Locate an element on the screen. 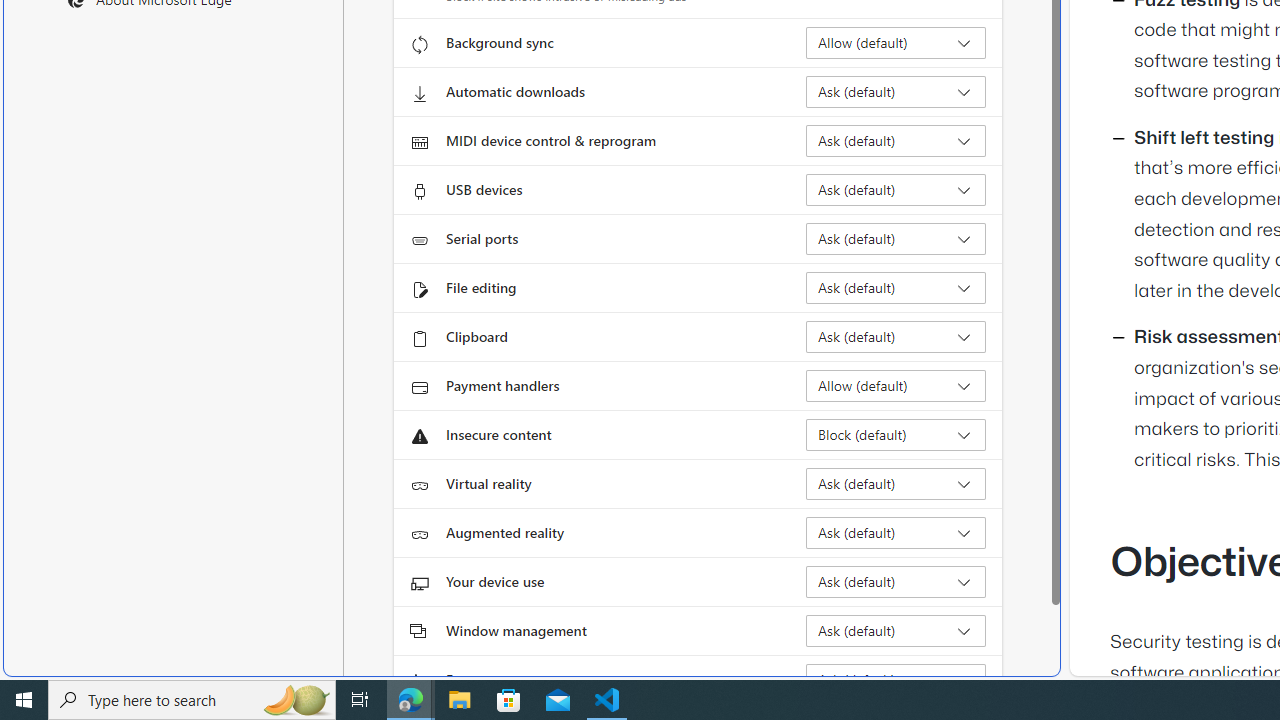 This screenshot has width=1280, height=720. 'USB devices Ask (default)' is located at coordinates (895, 190).